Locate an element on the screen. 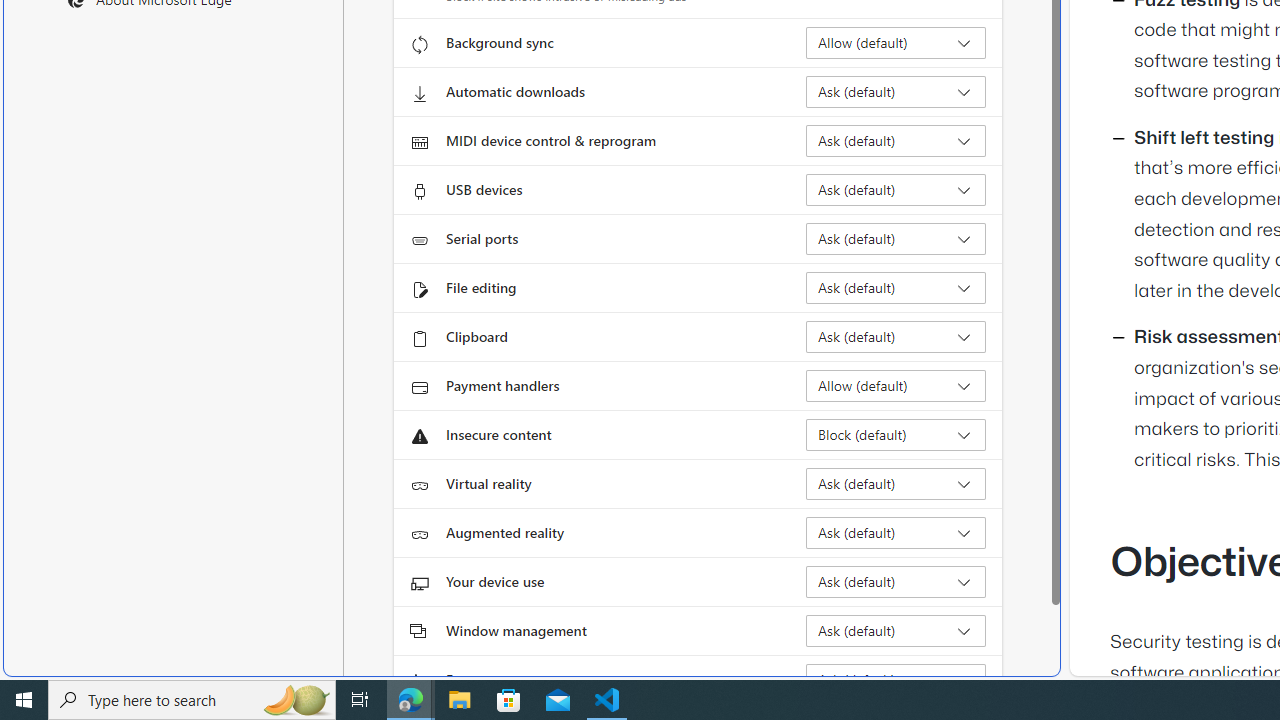 This screenshot has width=1280, height=720. 'USB devices Ask (default)' is located at coordinates (895, 190).